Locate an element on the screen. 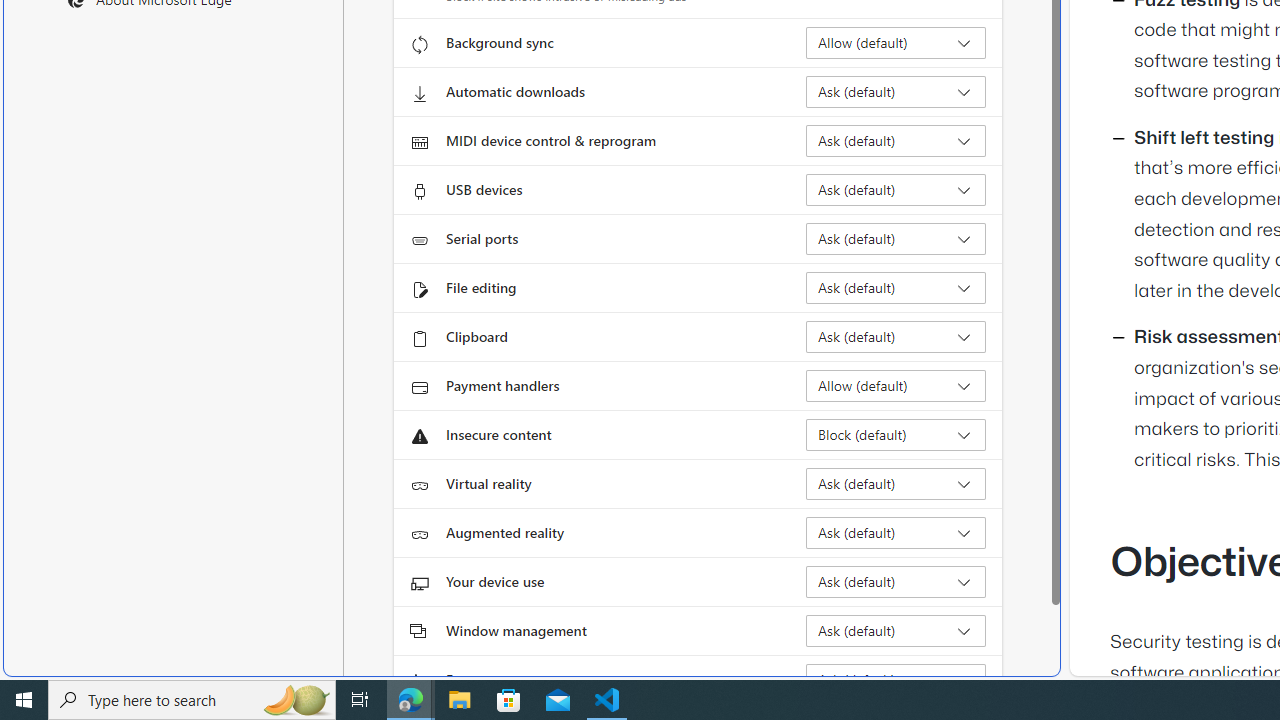 This screenshot has width=1280, height=720. 'USB devices Ask (default)' is located at coordinates (895, 190).